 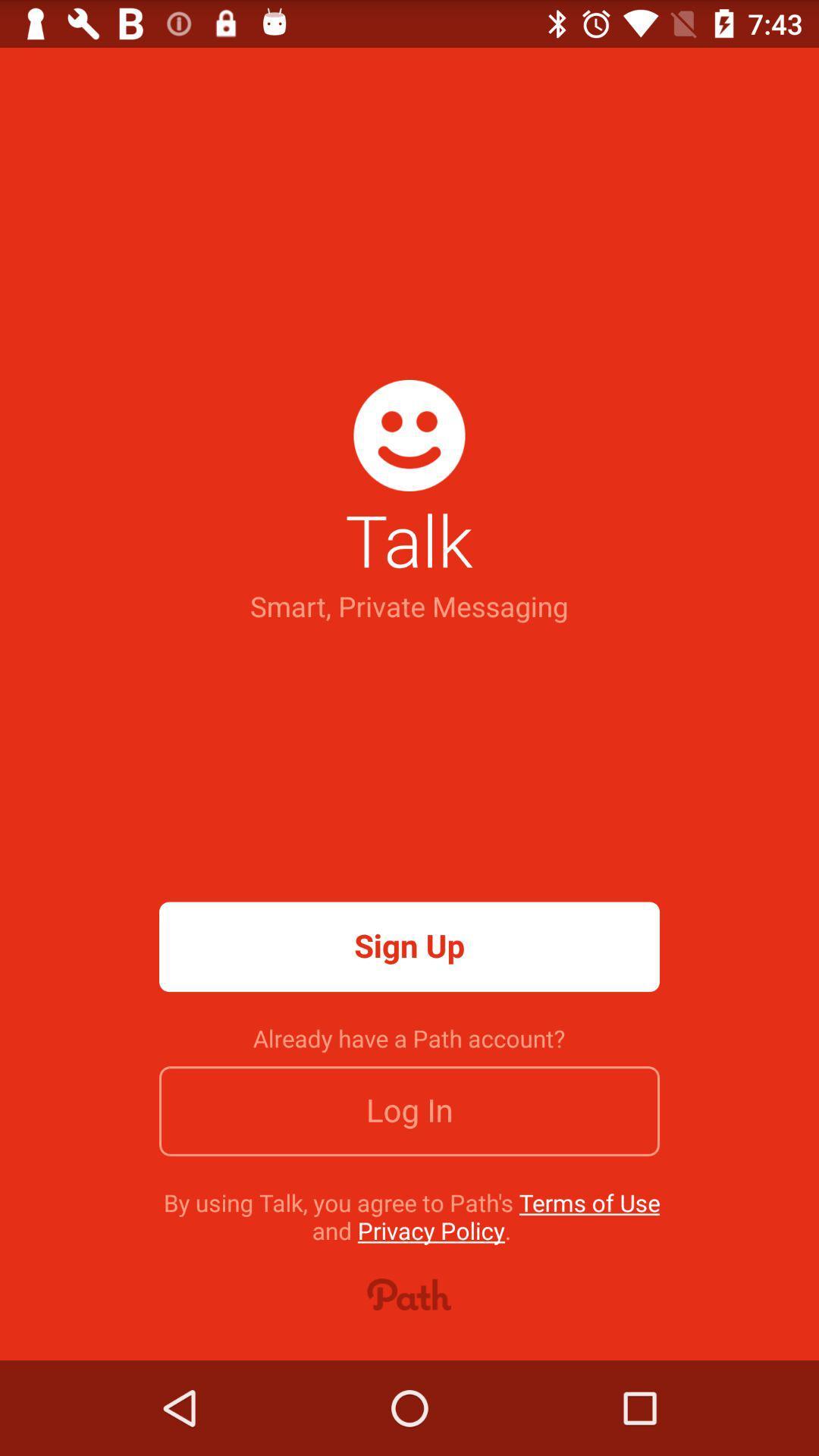 I want to click on the by using talk, so click(x=412, y=1216).